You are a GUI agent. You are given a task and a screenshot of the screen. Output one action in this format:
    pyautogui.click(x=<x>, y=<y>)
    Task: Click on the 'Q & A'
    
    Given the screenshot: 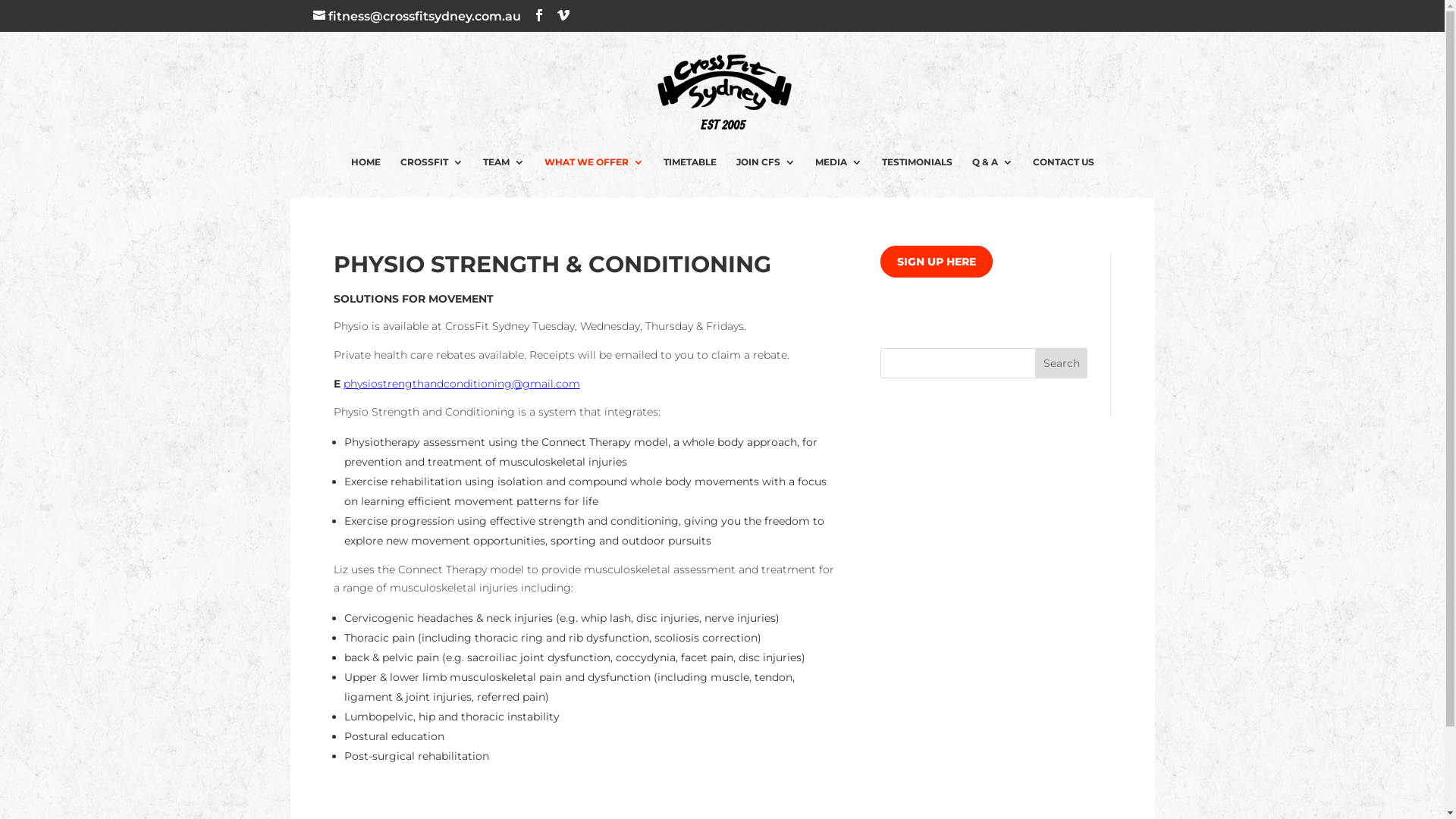 What is the action you would take?
    pyautogui.click(x=971, y=166)
    